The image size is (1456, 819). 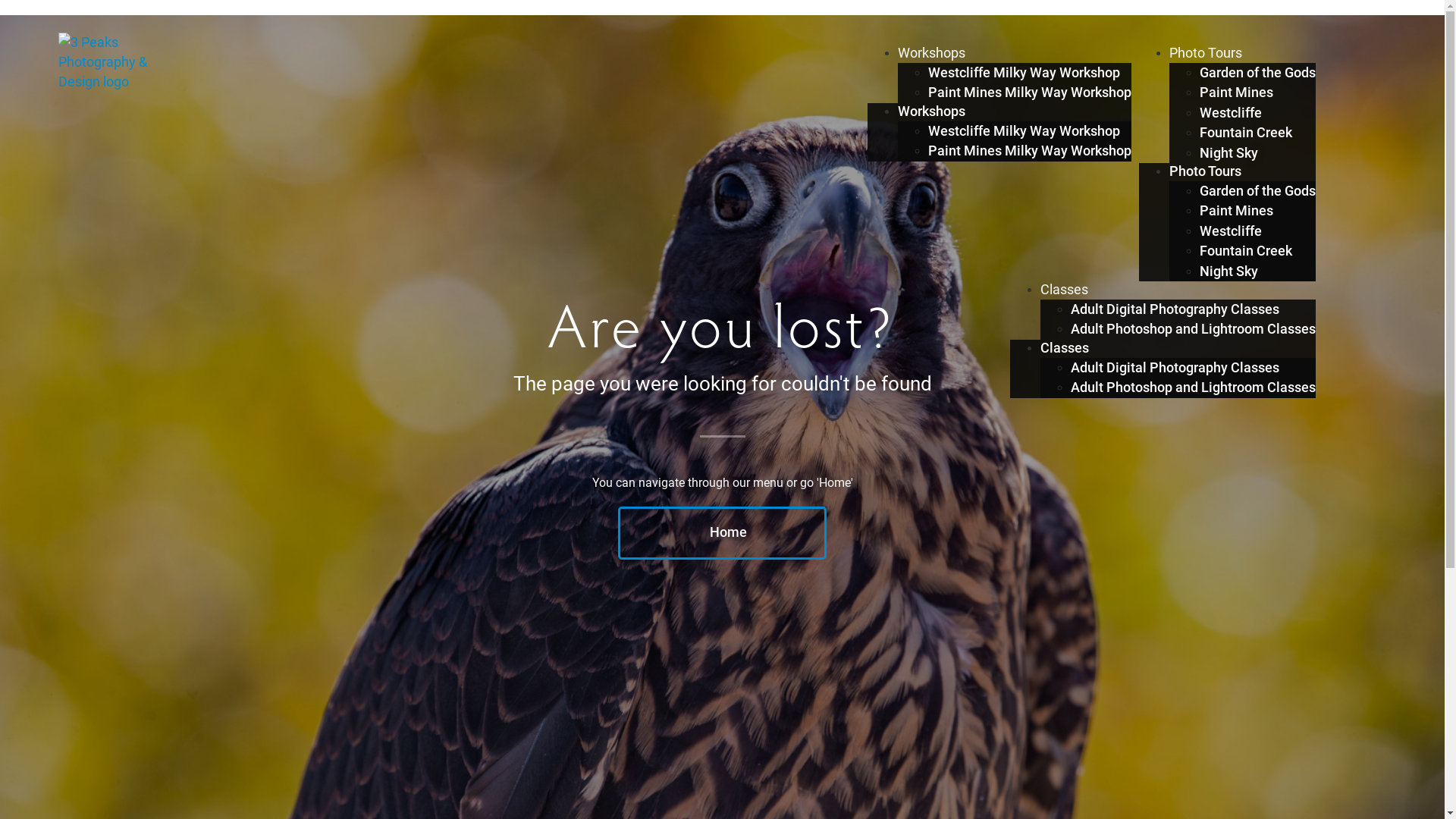 What do you see at coordinates (1230, 231) in the screenshot?
I see `'Westcliffe'` at bounding box center [1230, 231].